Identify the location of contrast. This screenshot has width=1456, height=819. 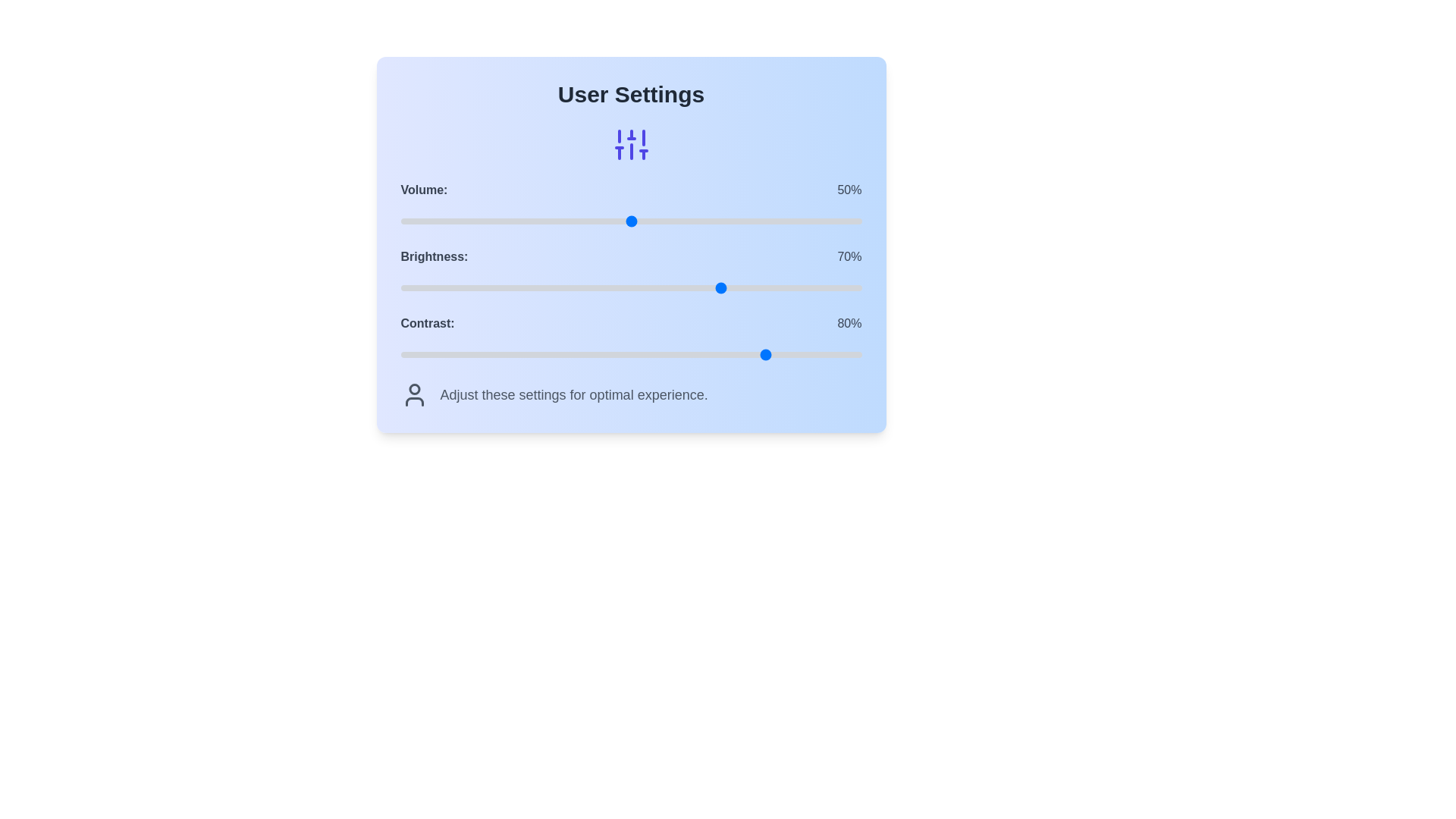
(751, 354).